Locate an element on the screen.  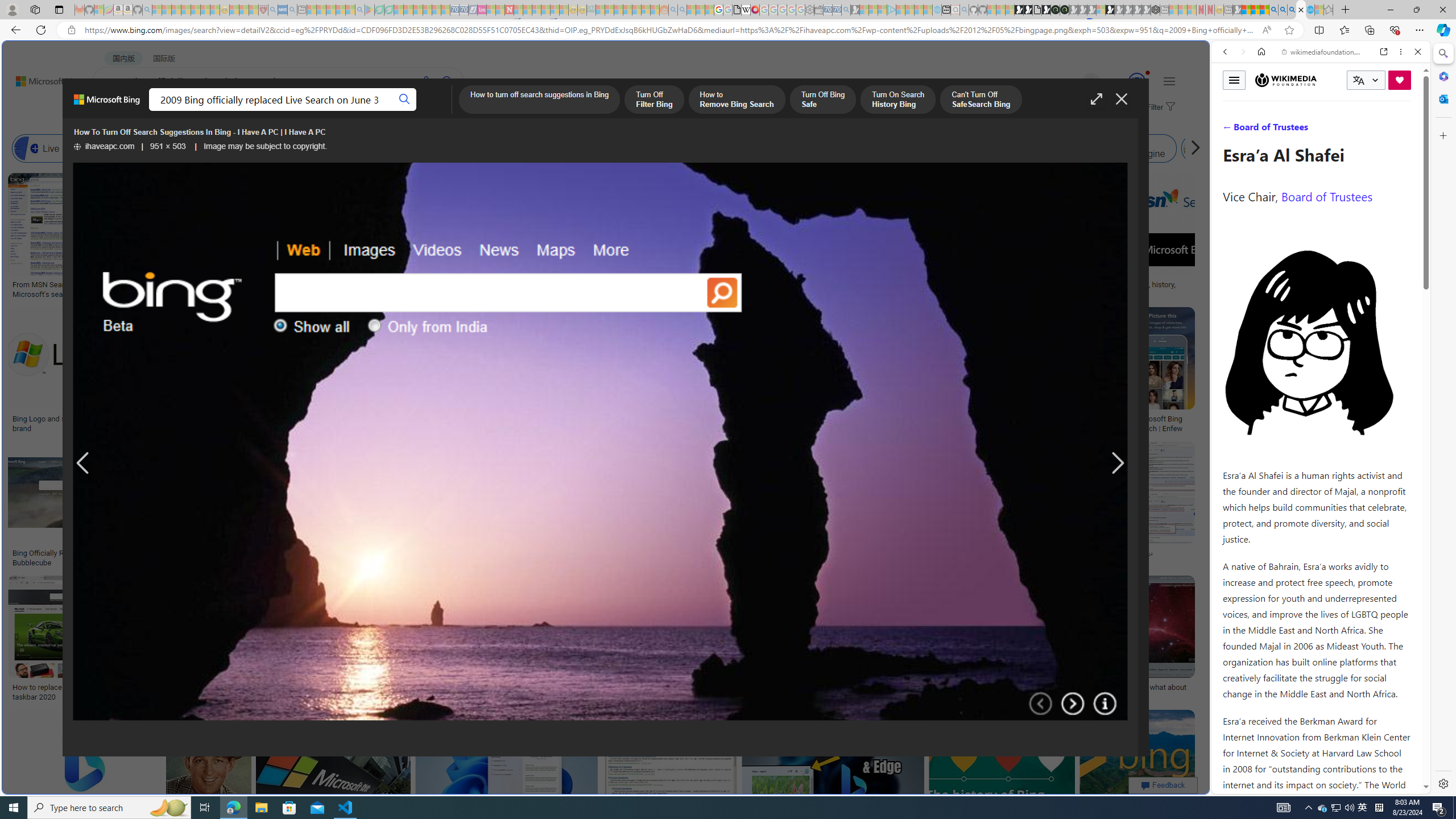
'CURRENT LANGUAGE:' is located at coordinates (1366, 80).